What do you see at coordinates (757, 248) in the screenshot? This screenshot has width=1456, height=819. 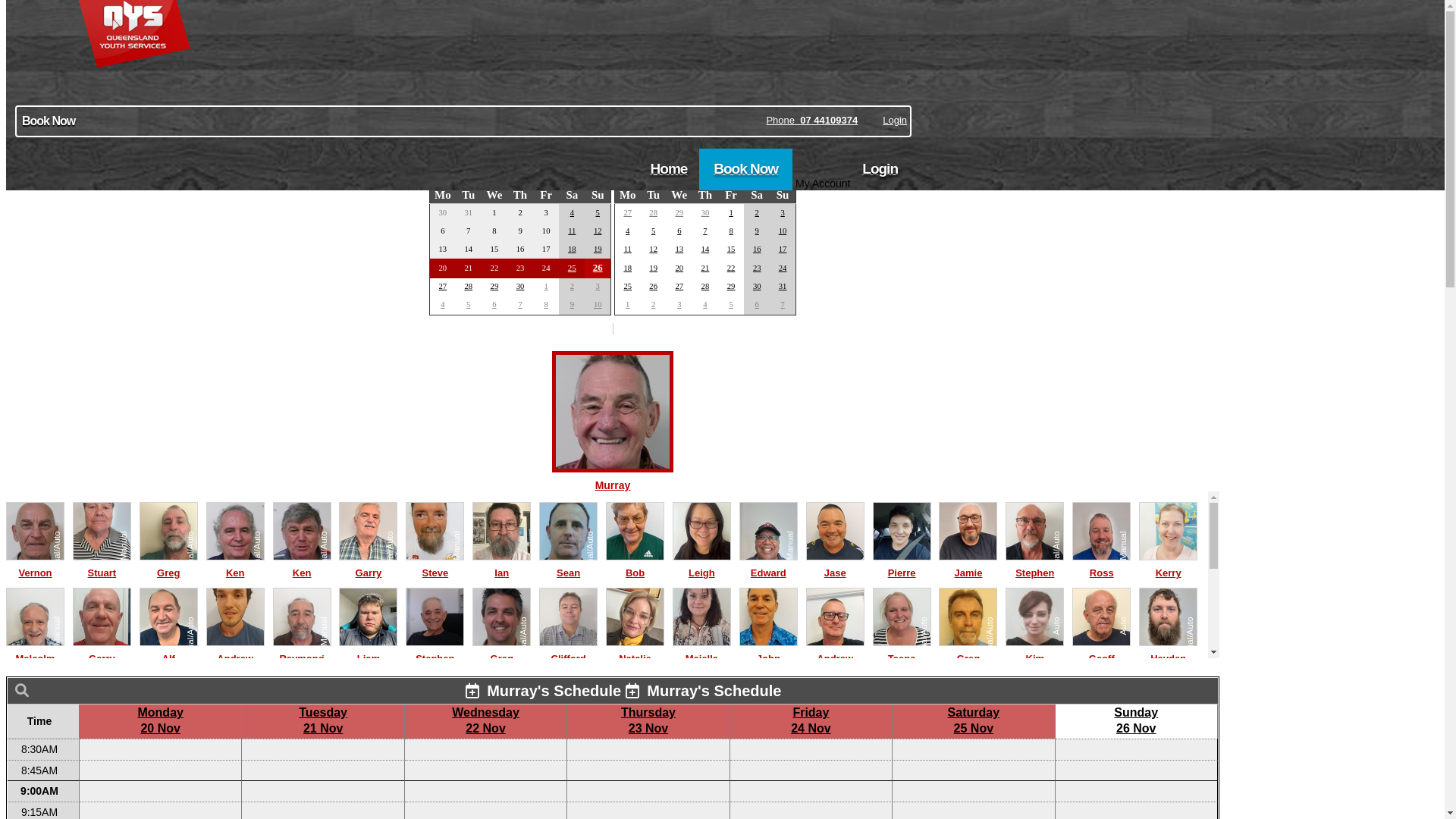 I see `'16'` at bounding box center [757, 248].